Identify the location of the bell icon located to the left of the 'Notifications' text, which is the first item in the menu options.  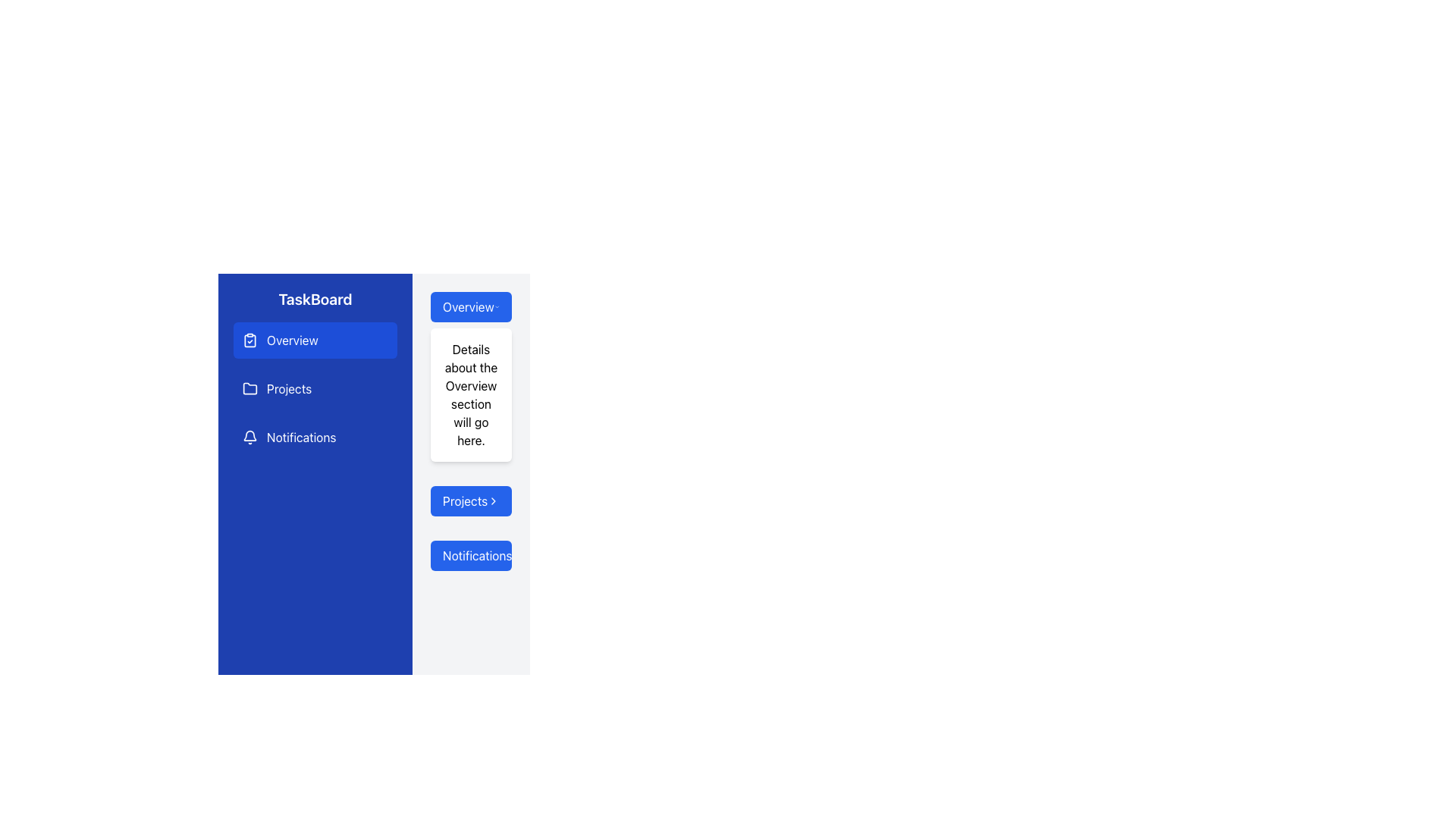
(250, 438).